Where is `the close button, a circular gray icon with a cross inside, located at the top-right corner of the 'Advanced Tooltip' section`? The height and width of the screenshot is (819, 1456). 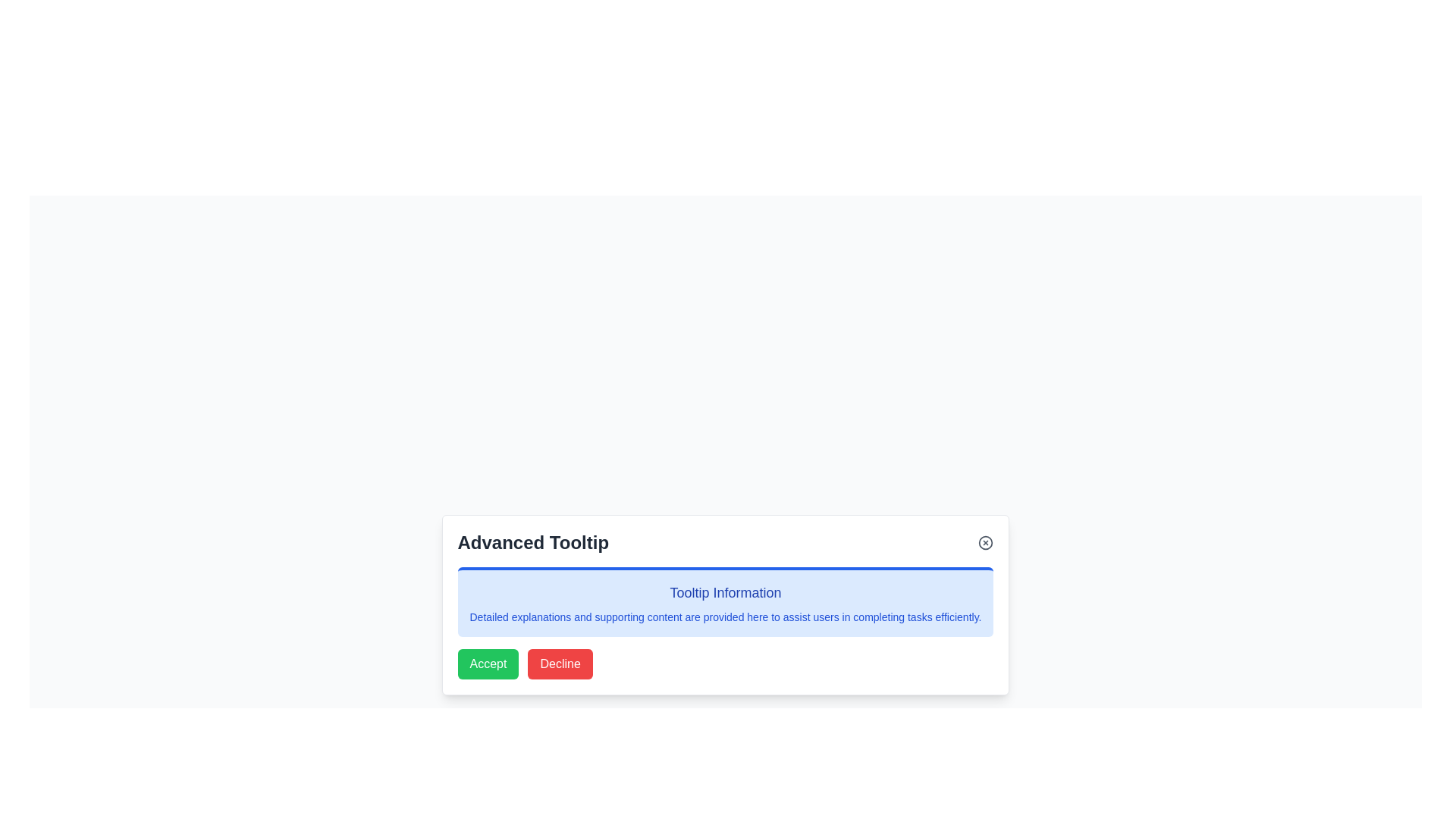
the close button, a circular gray icon with a cross inside, located at the top-right corner of the 'Advanced Tooltip' section is located at coordinates (986, 542).